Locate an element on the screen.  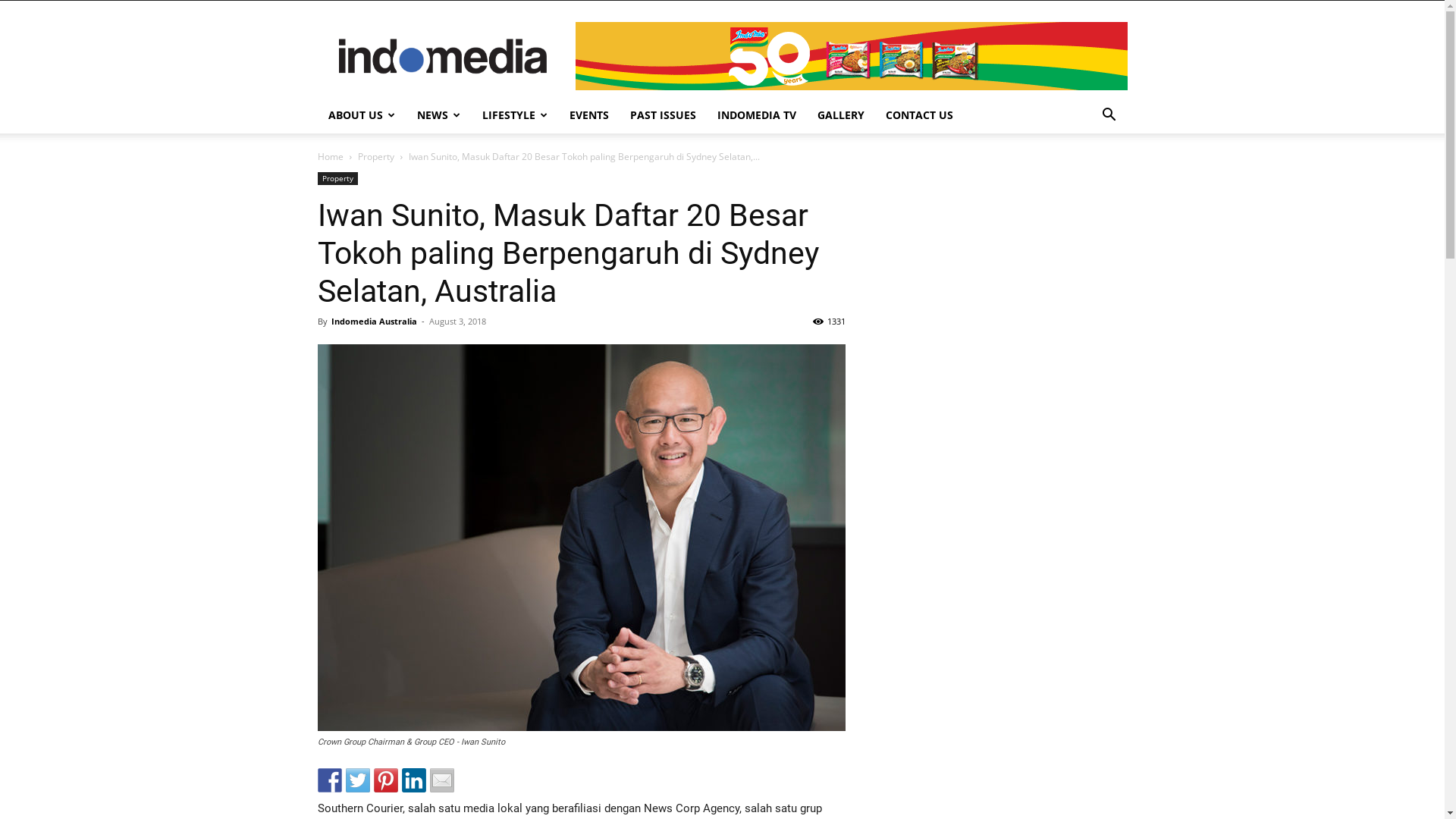
'CONTACT US' is located at coordinates (918, 114).